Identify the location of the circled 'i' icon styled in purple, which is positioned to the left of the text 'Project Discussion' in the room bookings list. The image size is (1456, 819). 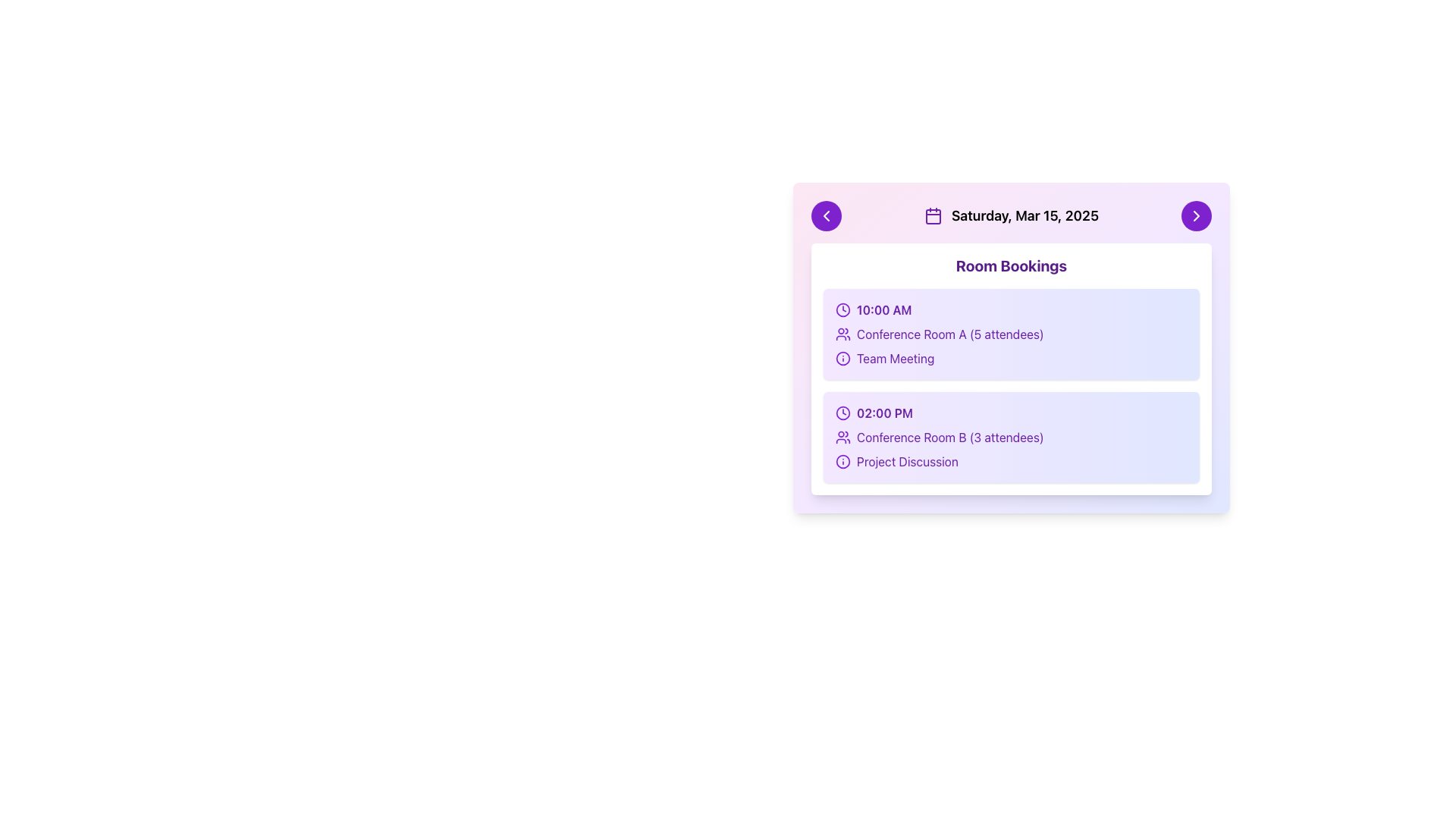
(843, 461).